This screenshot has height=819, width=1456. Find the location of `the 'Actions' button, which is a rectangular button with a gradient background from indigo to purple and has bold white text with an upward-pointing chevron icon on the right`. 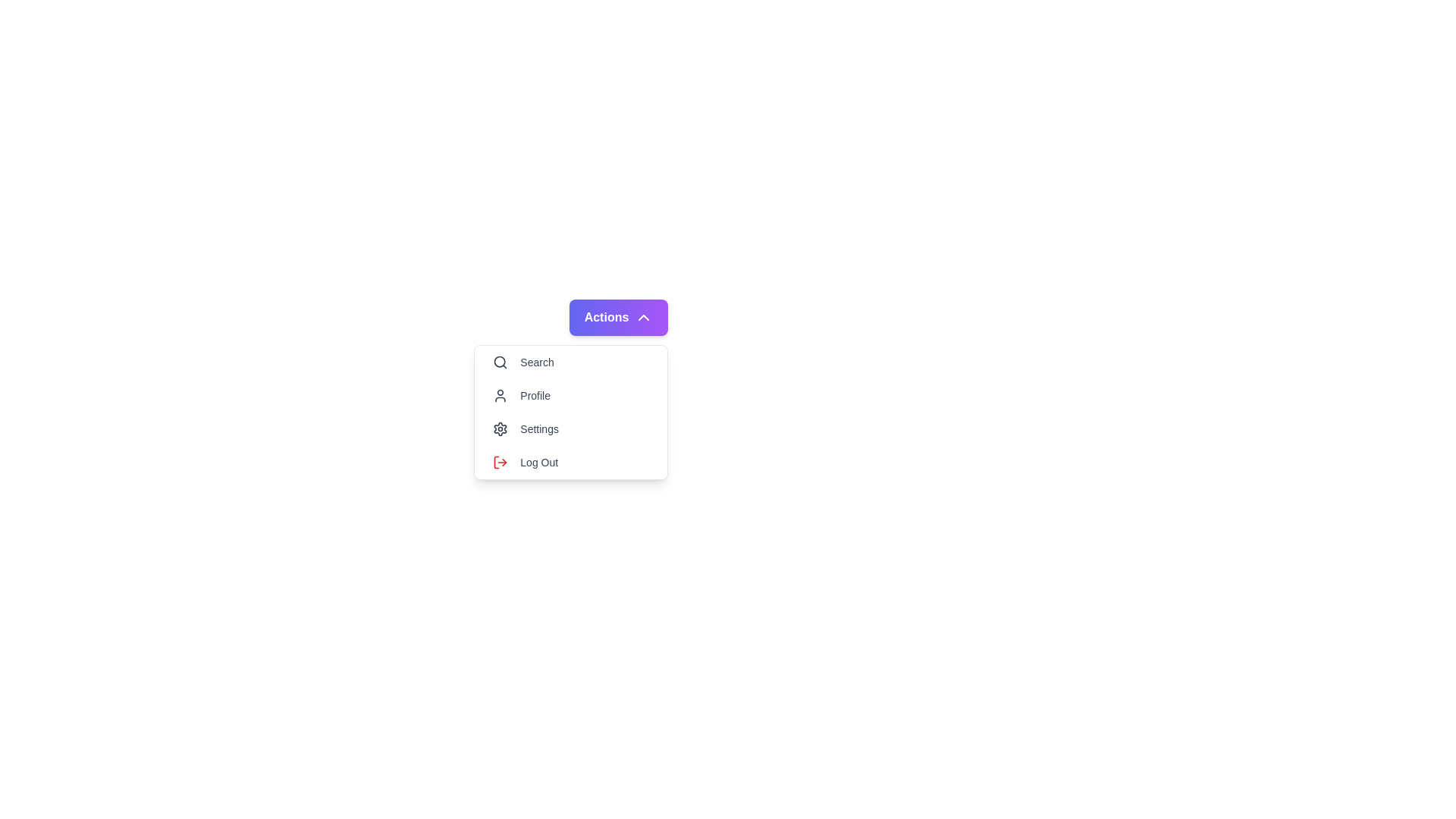

the 'Actions' button, which is a rectangular button with a gradient background from indigo to purple and has bold white text with an upward-pointing chevron icon on the right is located at coordinates (619, 317).